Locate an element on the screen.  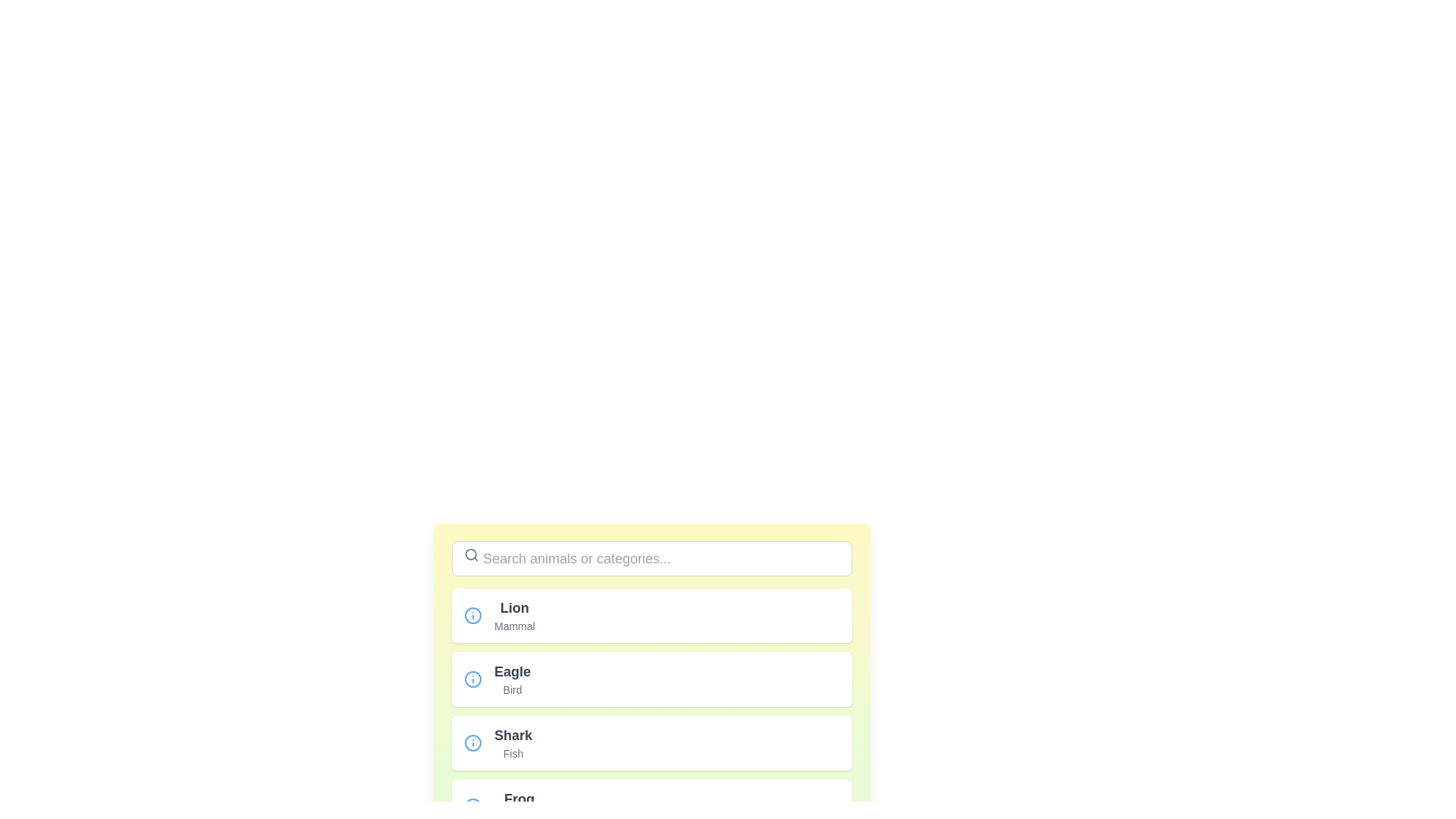
the circle-shaped vector graphic icon located to the left of the text label 'Shark Fish' in the 'Shark' category list item for additional information is located at coordinates (472, 742).